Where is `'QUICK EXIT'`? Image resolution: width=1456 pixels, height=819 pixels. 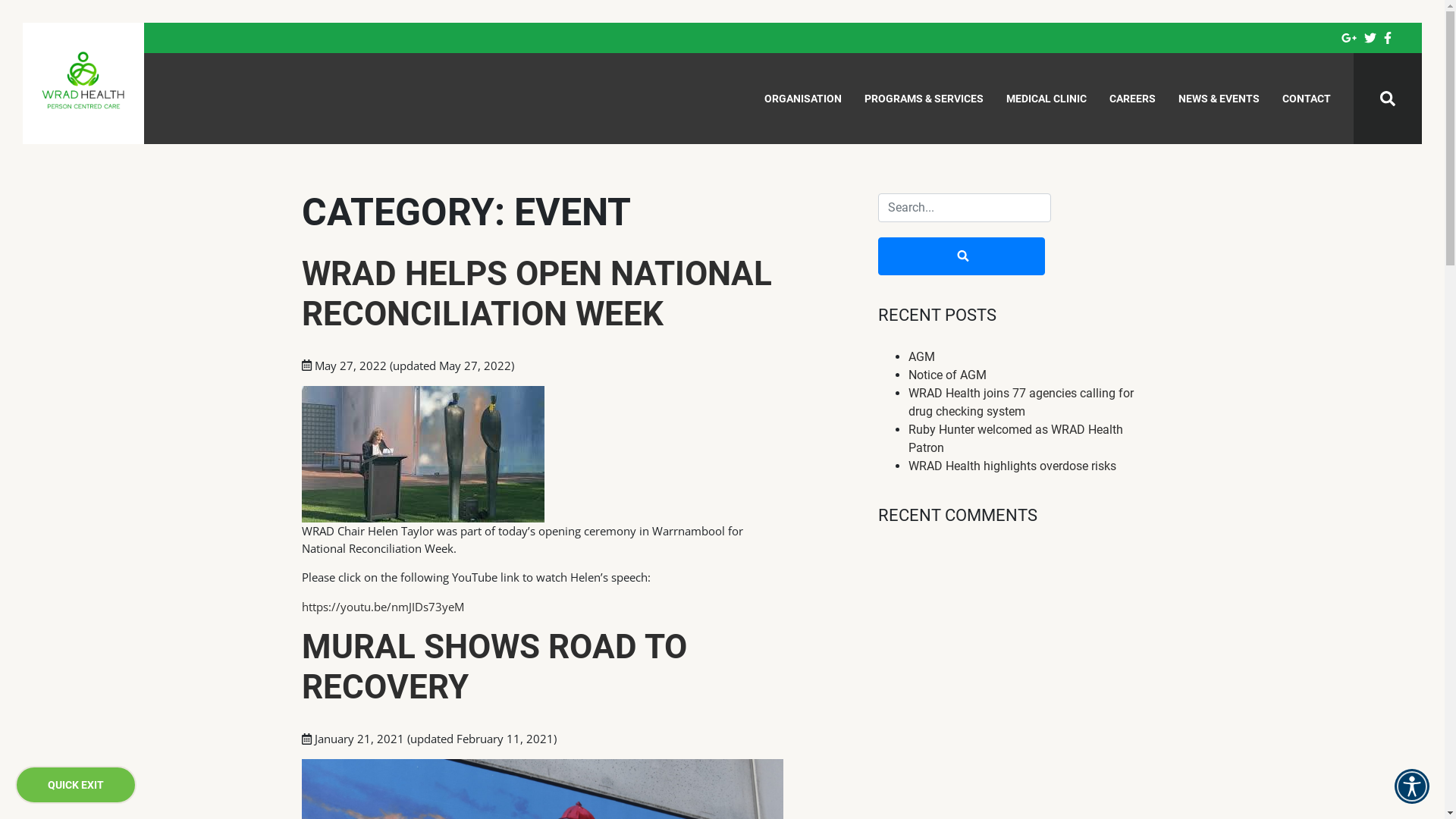 'QUICK EXIT' is located at coordinates (75, 783).